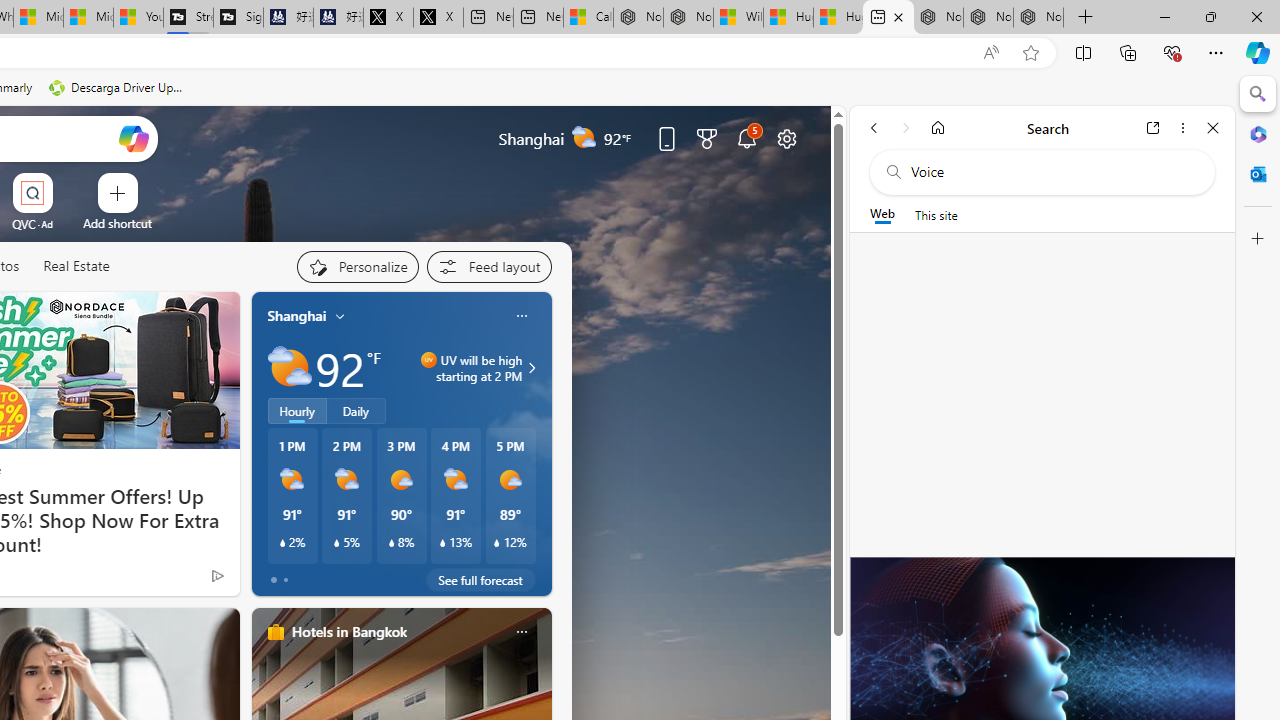  Describe the element at coordinates (348, 631) in the screenshot. I see `'Hotels in Bangkok'` at that location.